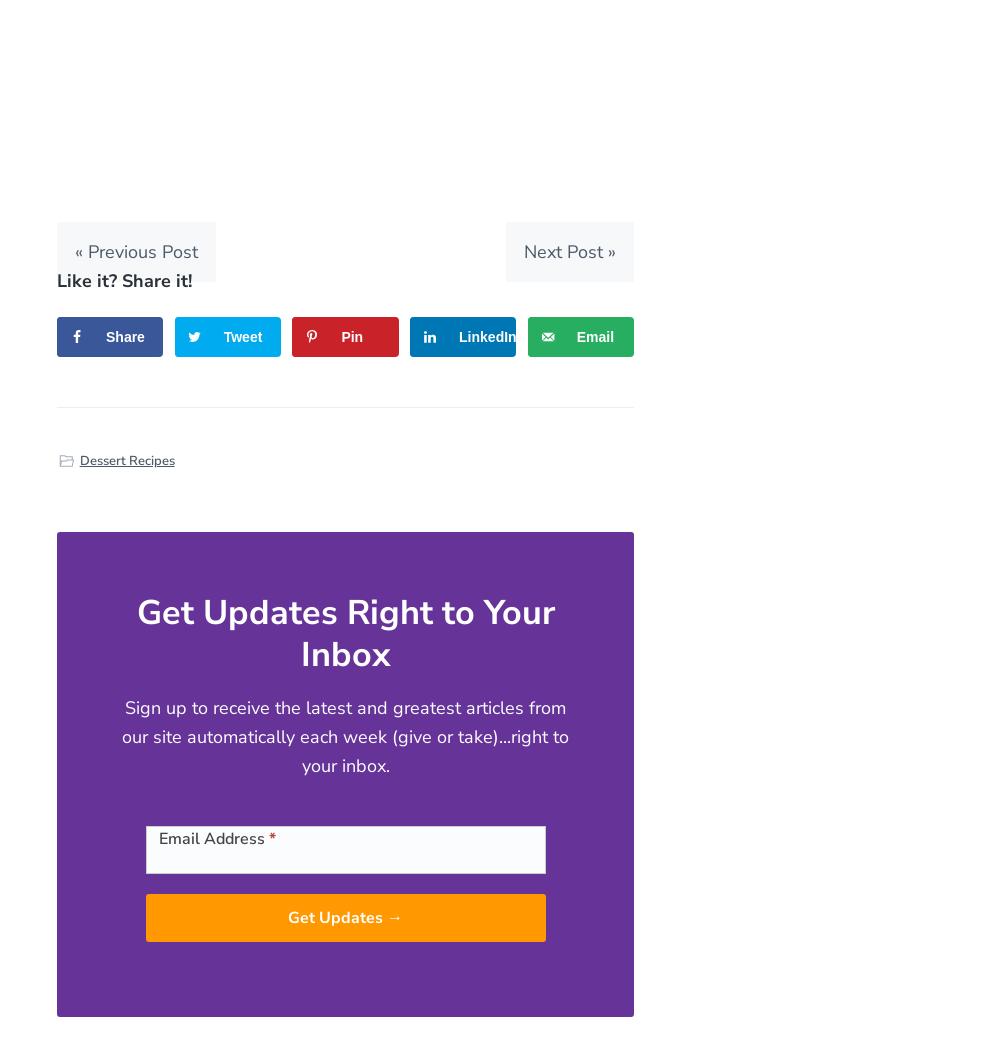  What do you see at coordinates (487, 335) in the screenshot?
I see `'LinkedIn'` at bounding box center [487, 335].